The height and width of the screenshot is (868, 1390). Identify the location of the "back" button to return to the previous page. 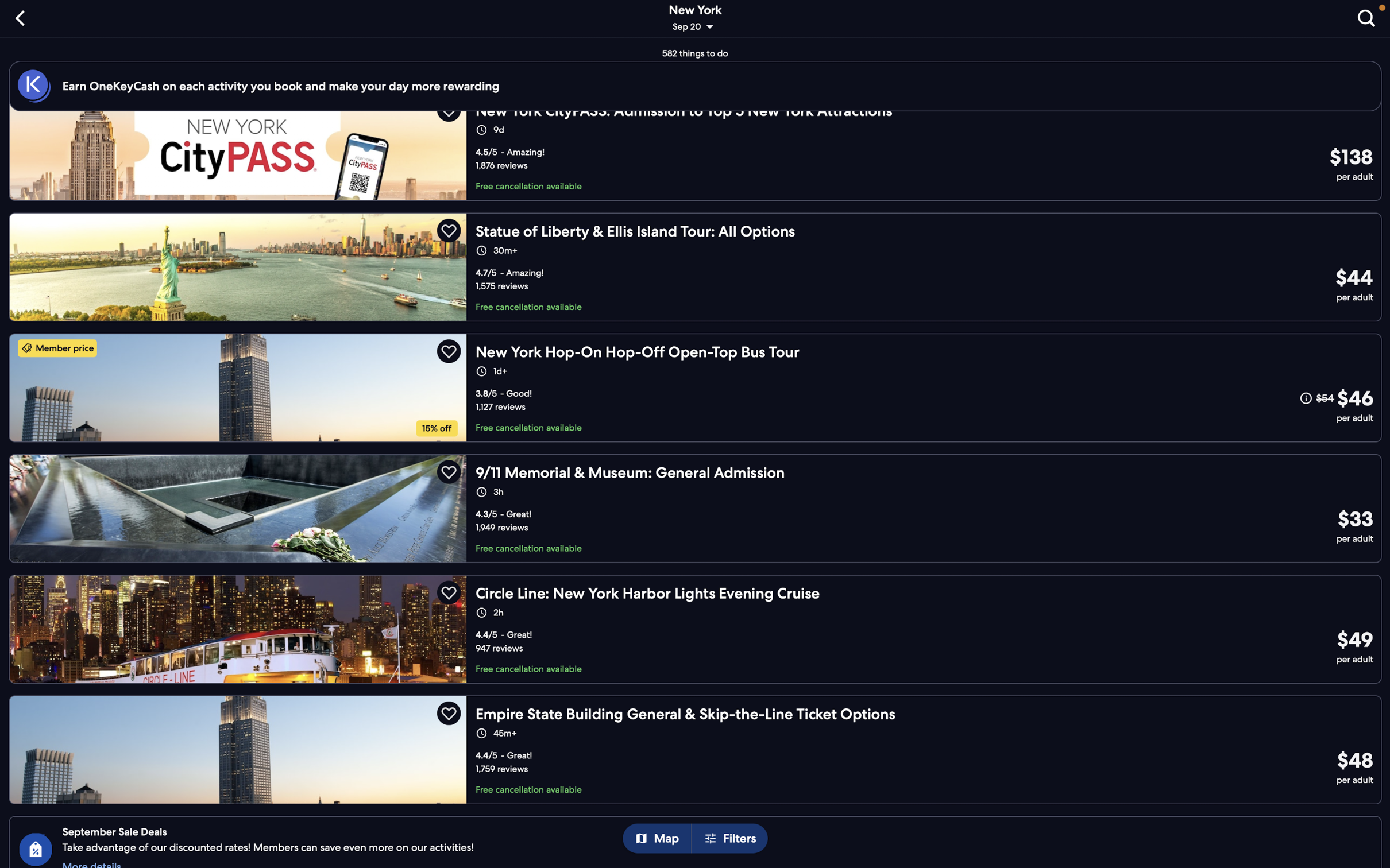
(22, 17).